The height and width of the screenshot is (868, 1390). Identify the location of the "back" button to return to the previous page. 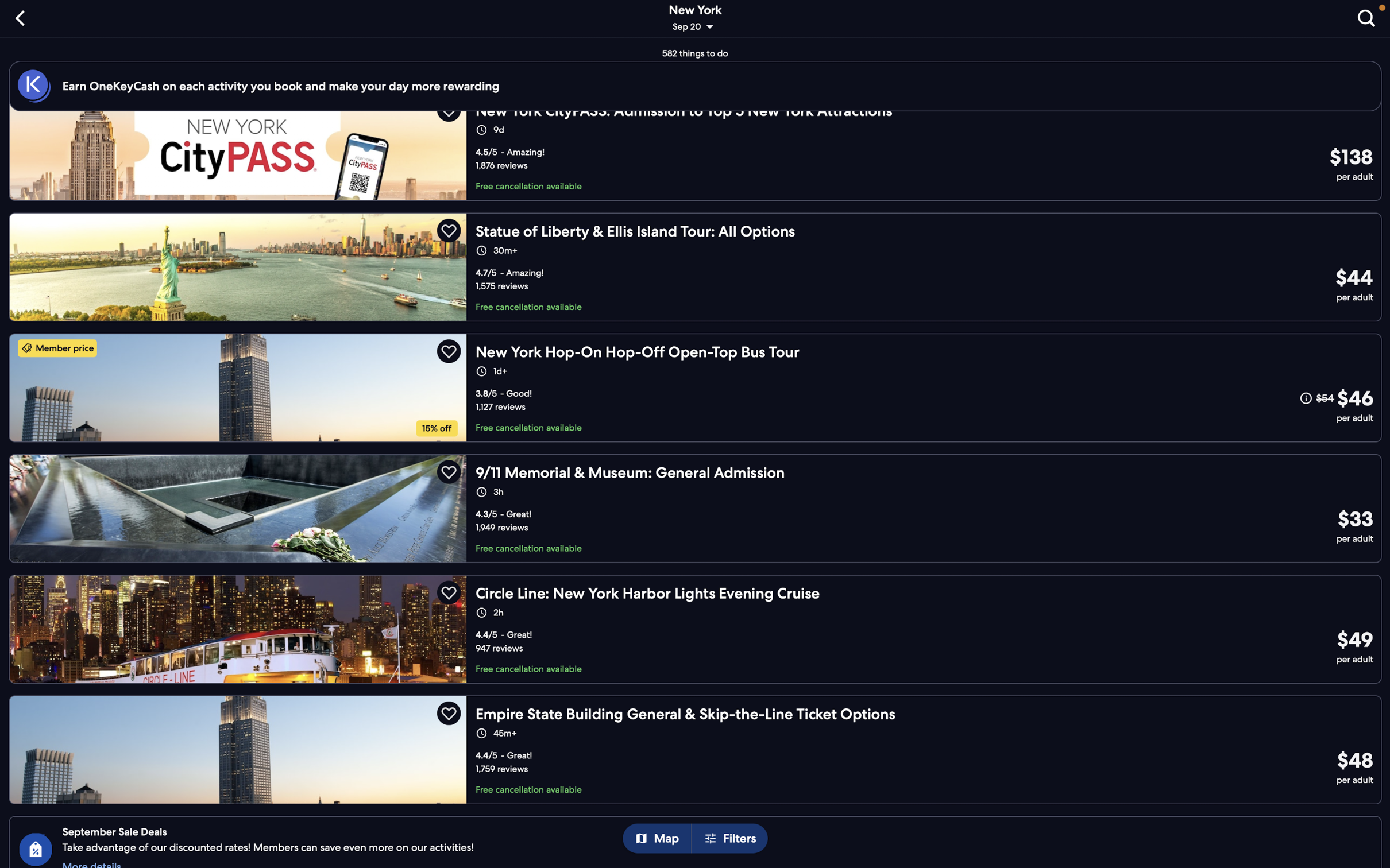
(22, 17).